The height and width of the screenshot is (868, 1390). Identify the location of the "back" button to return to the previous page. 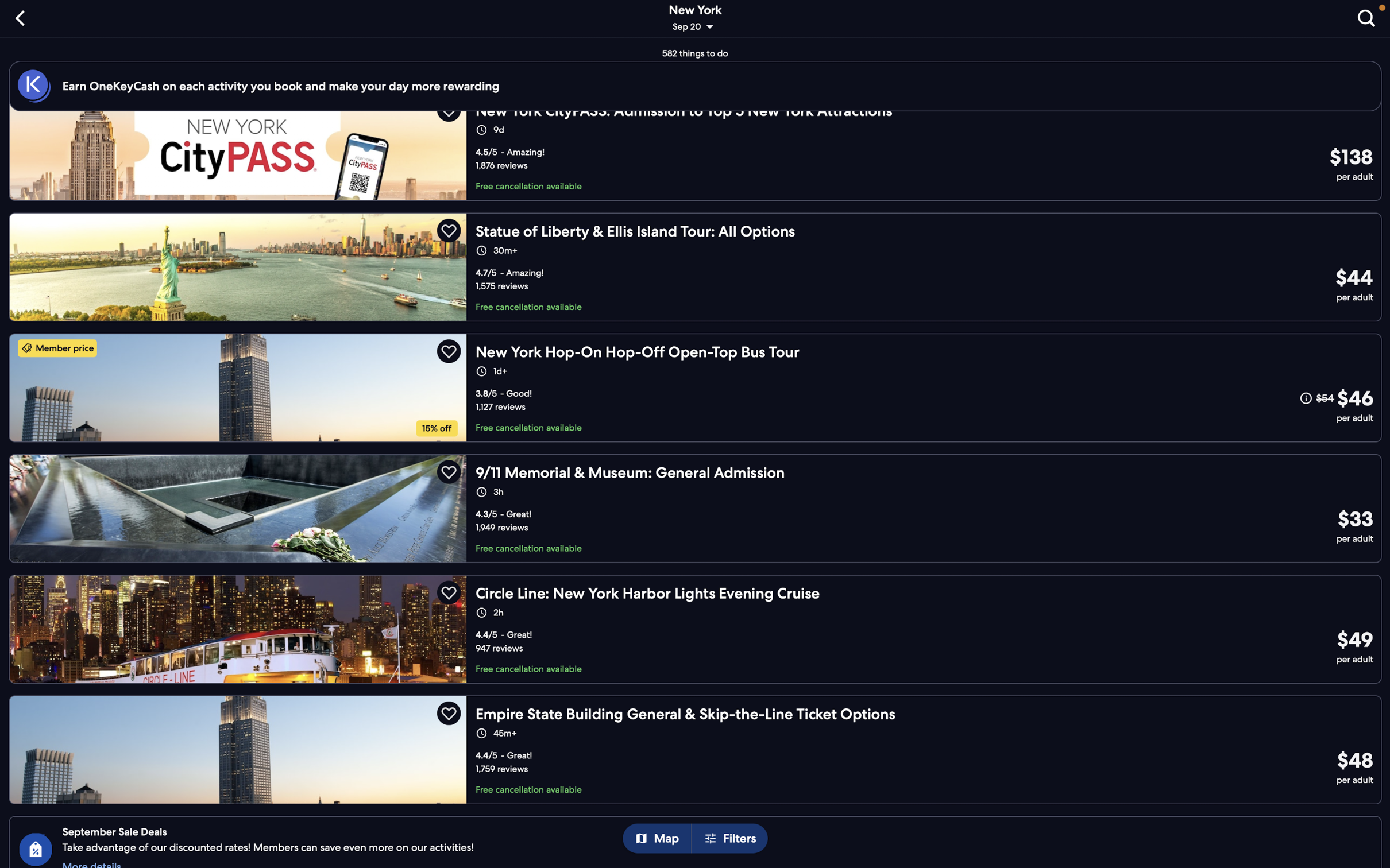
(22, 17).